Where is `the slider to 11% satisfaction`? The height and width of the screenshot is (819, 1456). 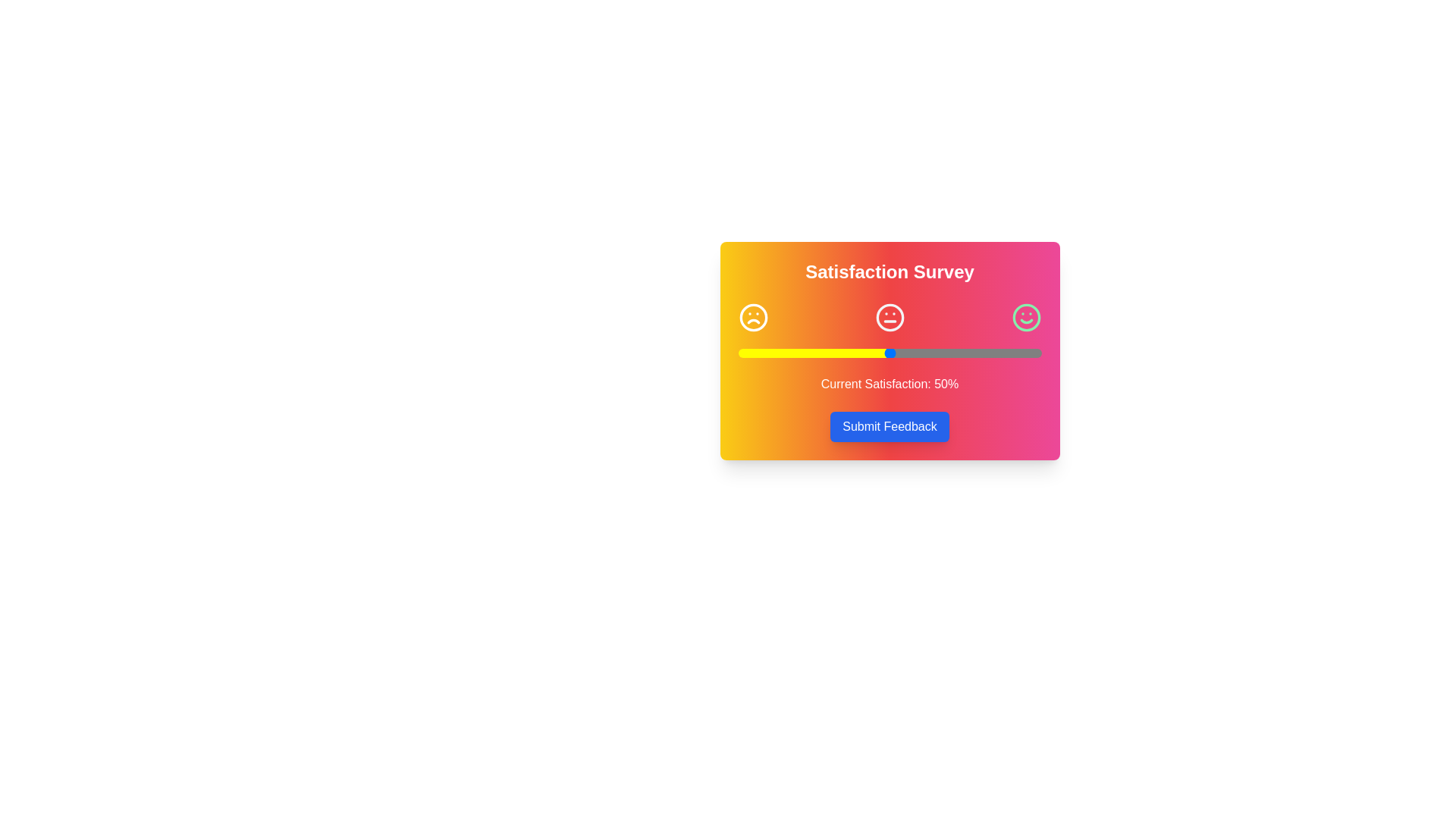
the slider to 11% satisfaction is located at coordinates (771, 353).